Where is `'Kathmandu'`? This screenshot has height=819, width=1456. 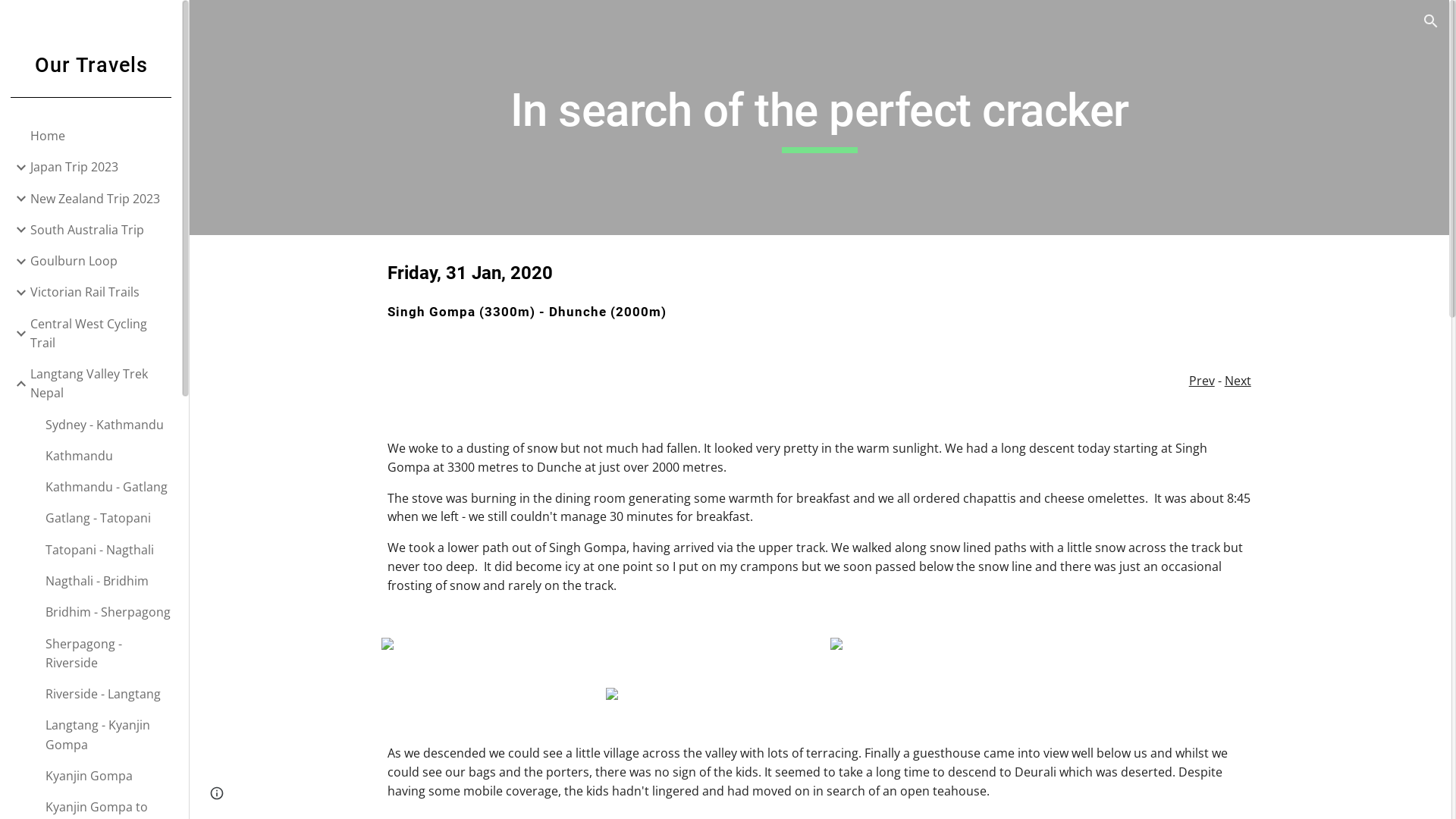 'Kathmandu' is located at coordinates (107, 455).